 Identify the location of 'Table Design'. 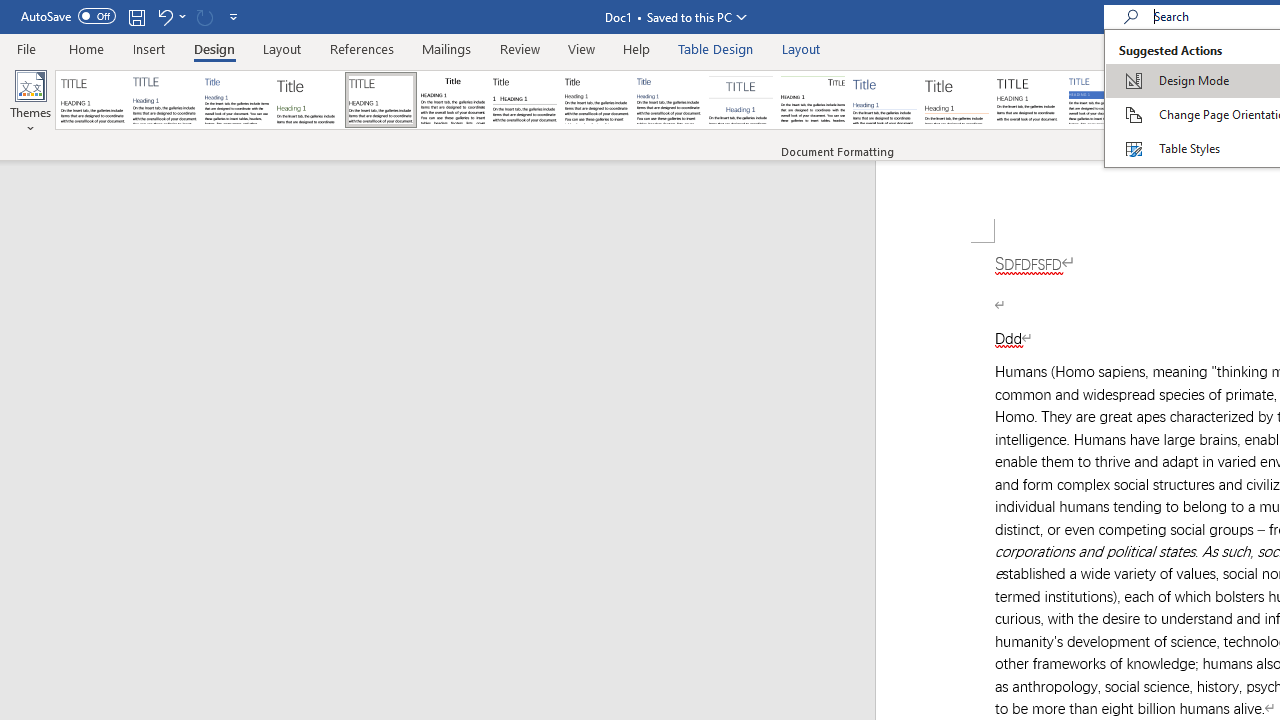
(716, 48).